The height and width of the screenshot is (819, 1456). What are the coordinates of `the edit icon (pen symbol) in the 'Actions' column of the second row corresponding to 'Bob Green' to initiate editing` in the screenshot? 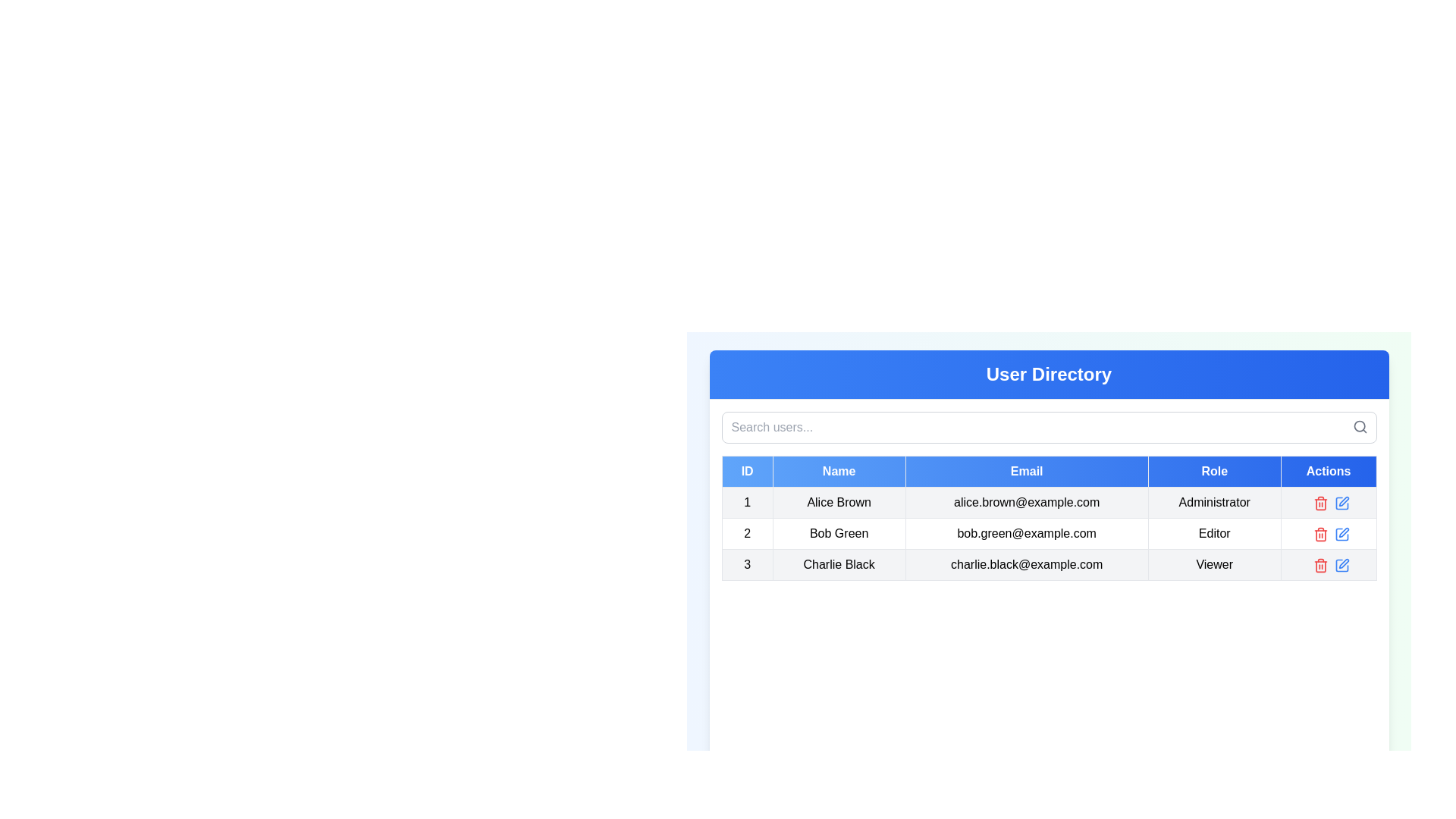 It's located at (1344, 532).